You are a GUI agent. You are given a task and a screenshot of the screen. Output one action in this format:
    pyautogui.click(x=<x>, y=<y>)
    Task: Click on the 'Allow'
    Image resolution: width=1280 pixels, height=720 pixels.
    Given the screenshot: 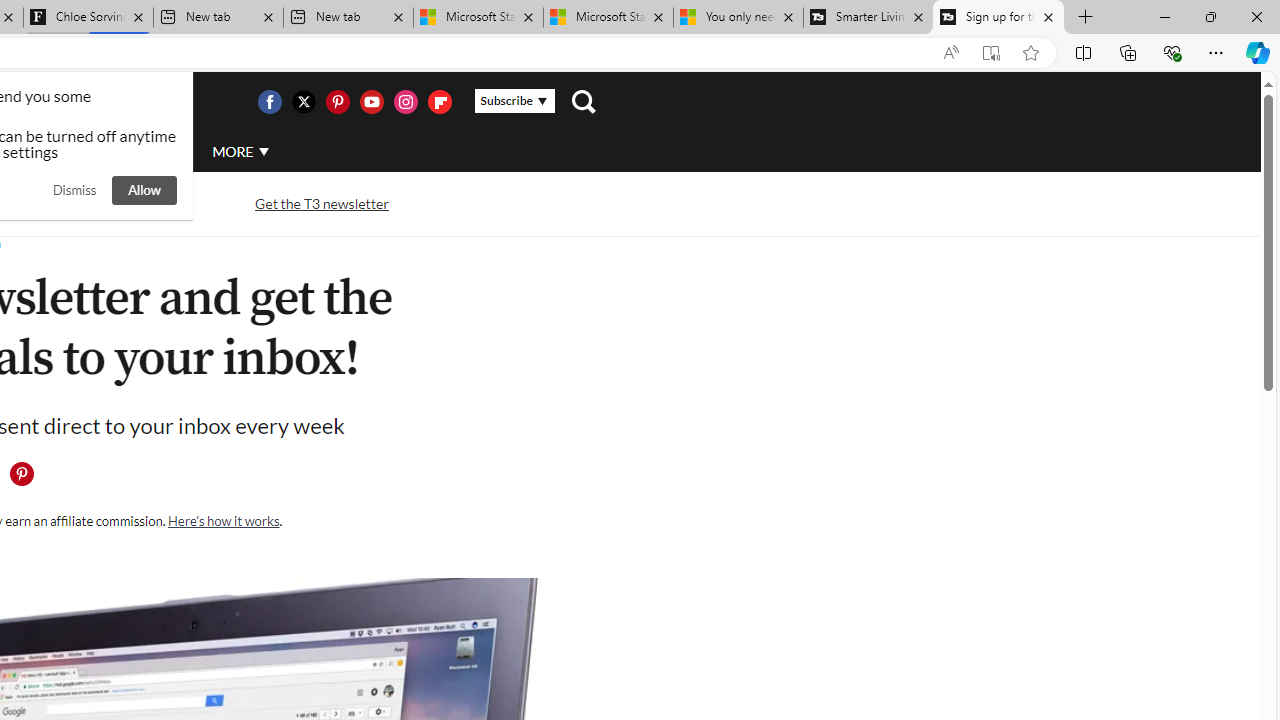 What is the action you would take?
    pyautogui.click(x=143, y=190)
    